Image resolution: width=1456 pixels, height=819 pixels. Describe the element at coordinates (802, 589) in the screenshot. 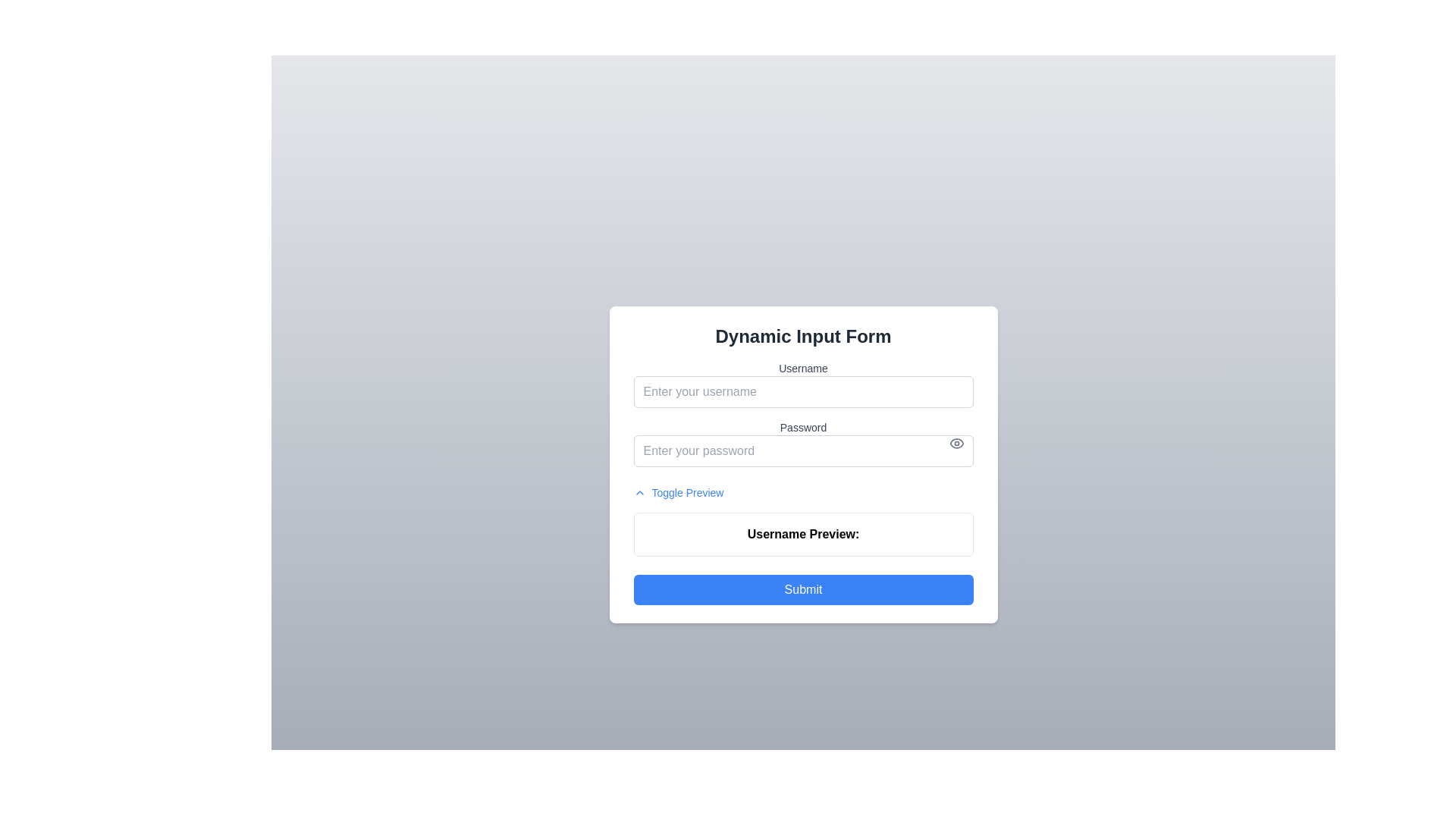

I see `the form submission button located at the bottom of the form interface` at that location.